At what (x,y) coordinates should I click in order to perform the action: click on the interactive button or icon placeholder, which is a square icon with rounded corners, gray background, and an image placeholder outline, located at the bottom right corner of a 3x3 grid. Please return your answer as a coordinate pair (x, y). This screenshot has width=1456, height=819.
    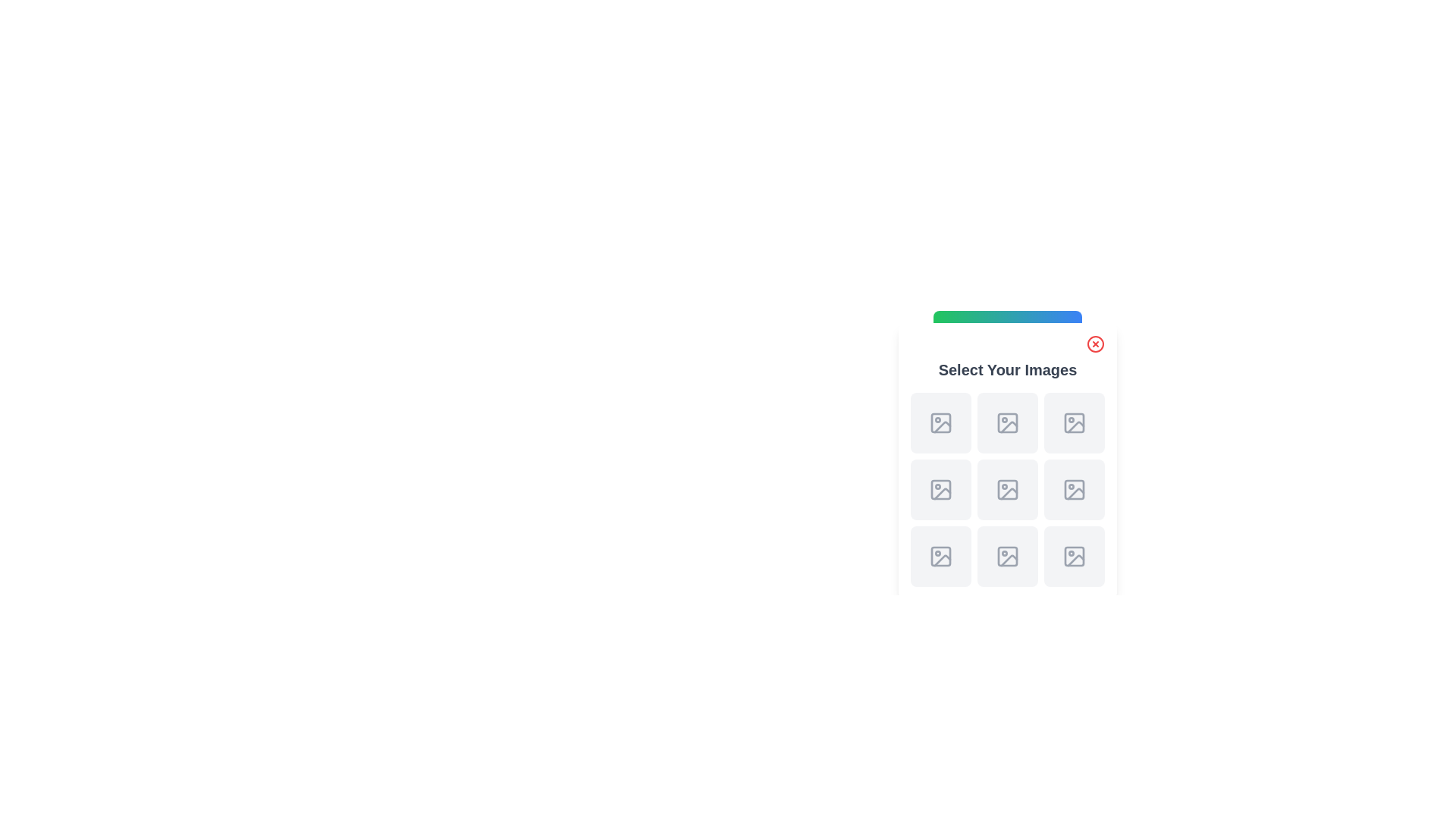
    Looking at the image, I should click on (1073, 489).